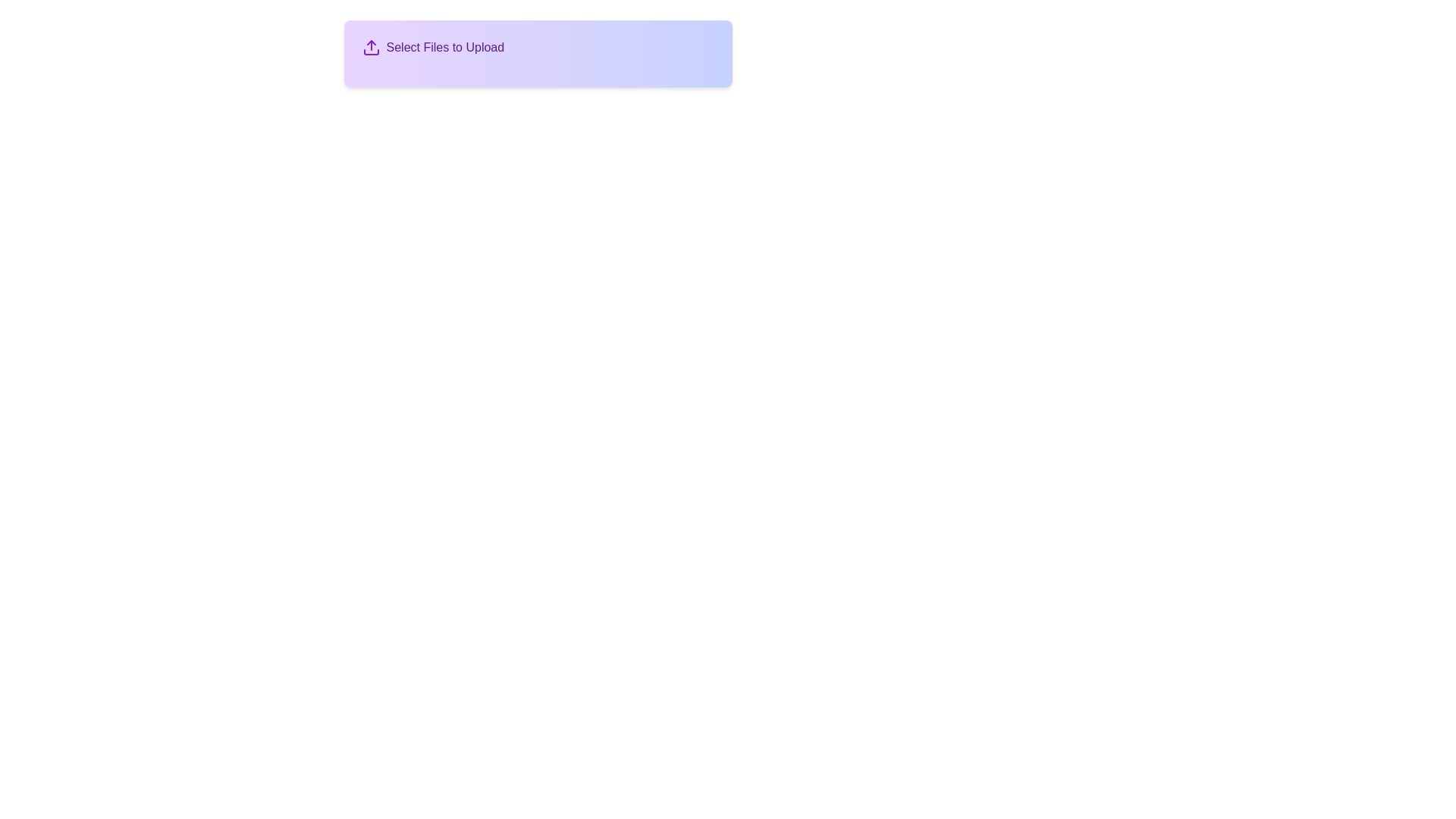  I want to click on the 'Select Files to Upload' link, which is styled in purple and underlined on hover, to initiate the file selection process, so click(444, 46).